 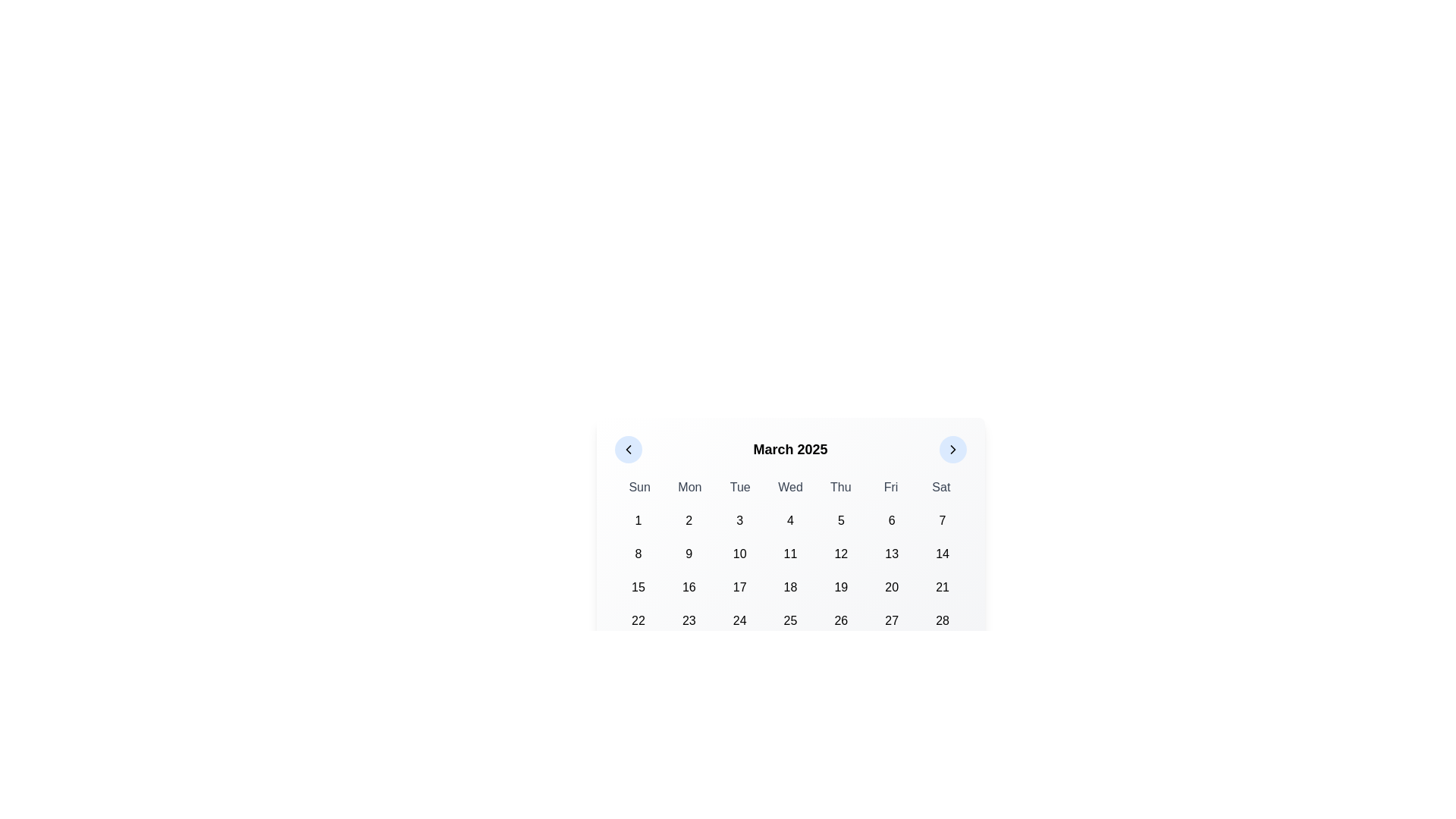 What do you see at coordinates (789, 449) in the screenshot?
I see `the Text label that indicates the currently displayed month and year in the calendar component, located in the header layout between the navigation buttons` at bounding box center [789, 449].